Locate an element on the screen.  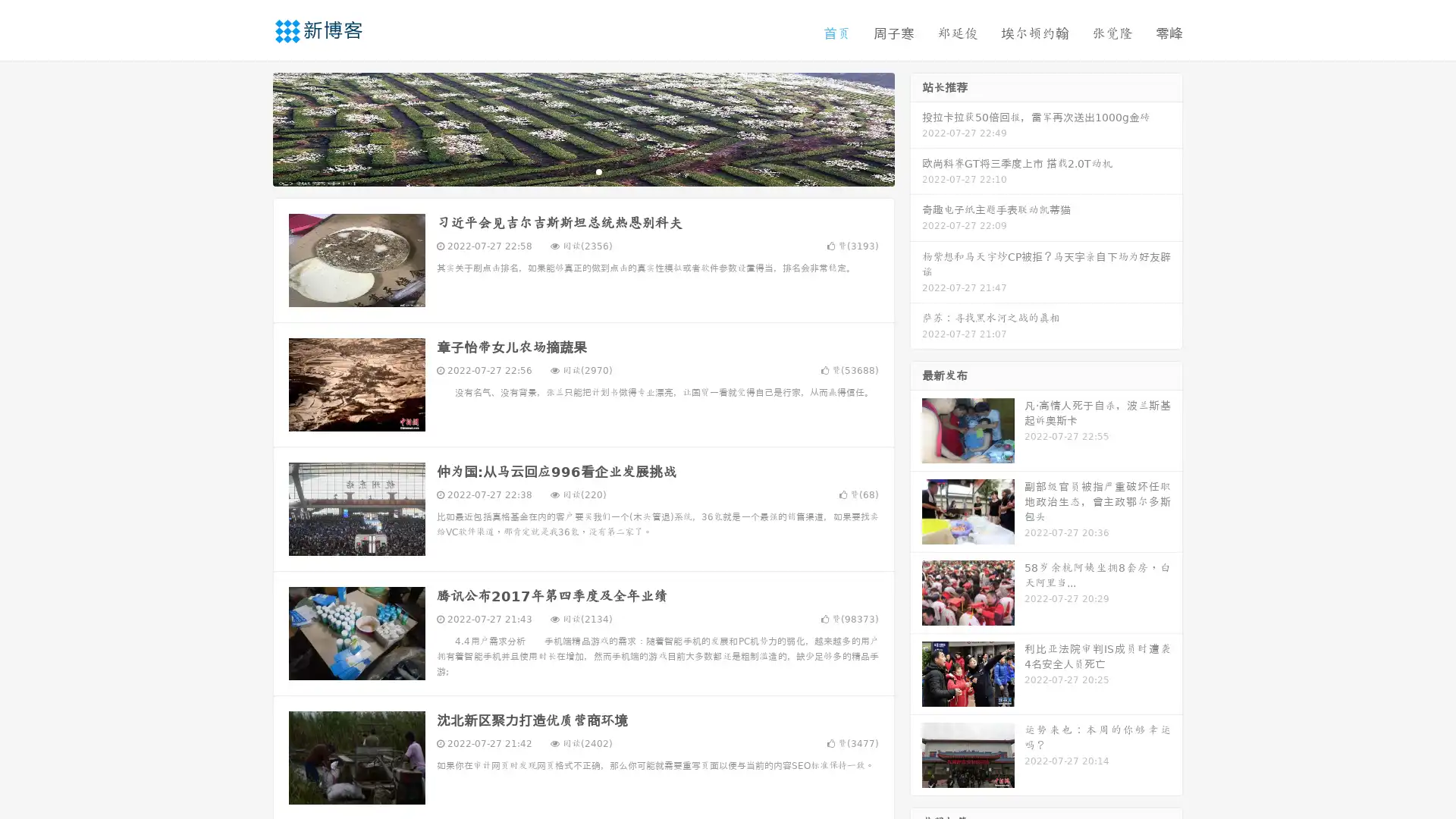
Go to slide 3 is located at coordinates (598, 171).